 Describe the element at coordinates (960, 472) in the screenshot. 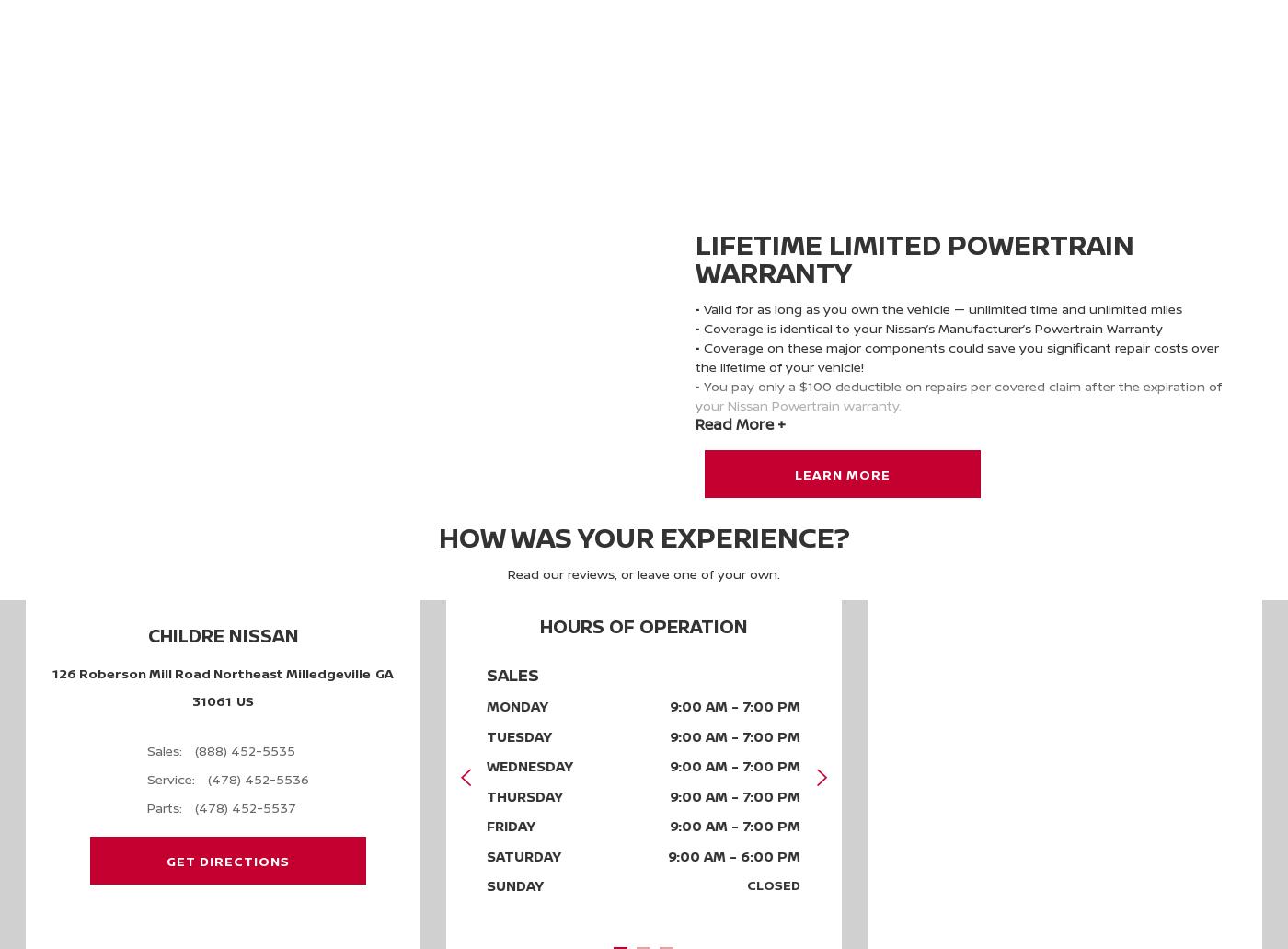

I see `'Security+Plus Lifetime Limited Powertrain Warranty is available at participating Nissan dealers only.'` at that location.